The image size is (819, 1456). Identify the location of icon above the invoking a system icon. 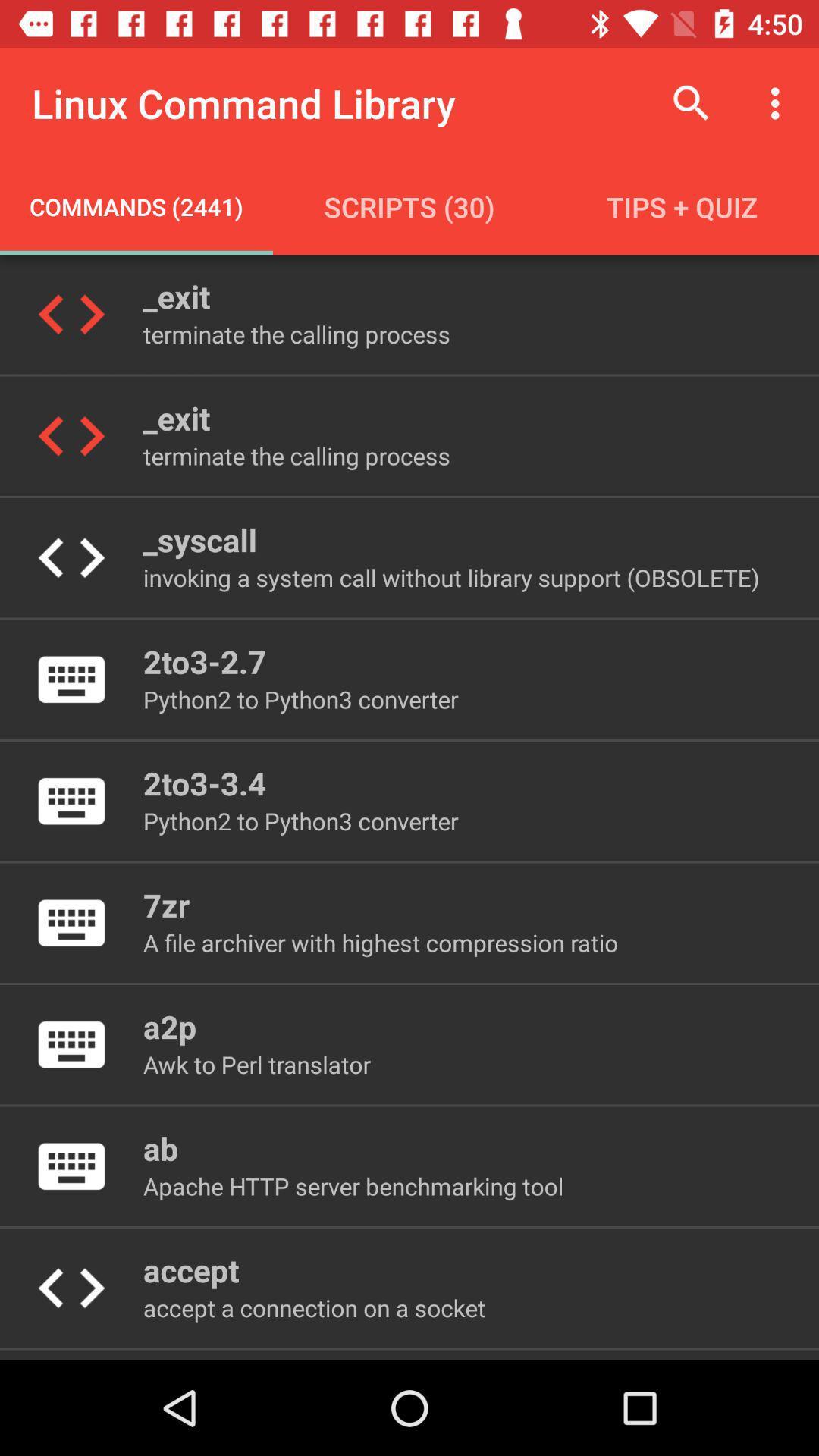
(199, 539).